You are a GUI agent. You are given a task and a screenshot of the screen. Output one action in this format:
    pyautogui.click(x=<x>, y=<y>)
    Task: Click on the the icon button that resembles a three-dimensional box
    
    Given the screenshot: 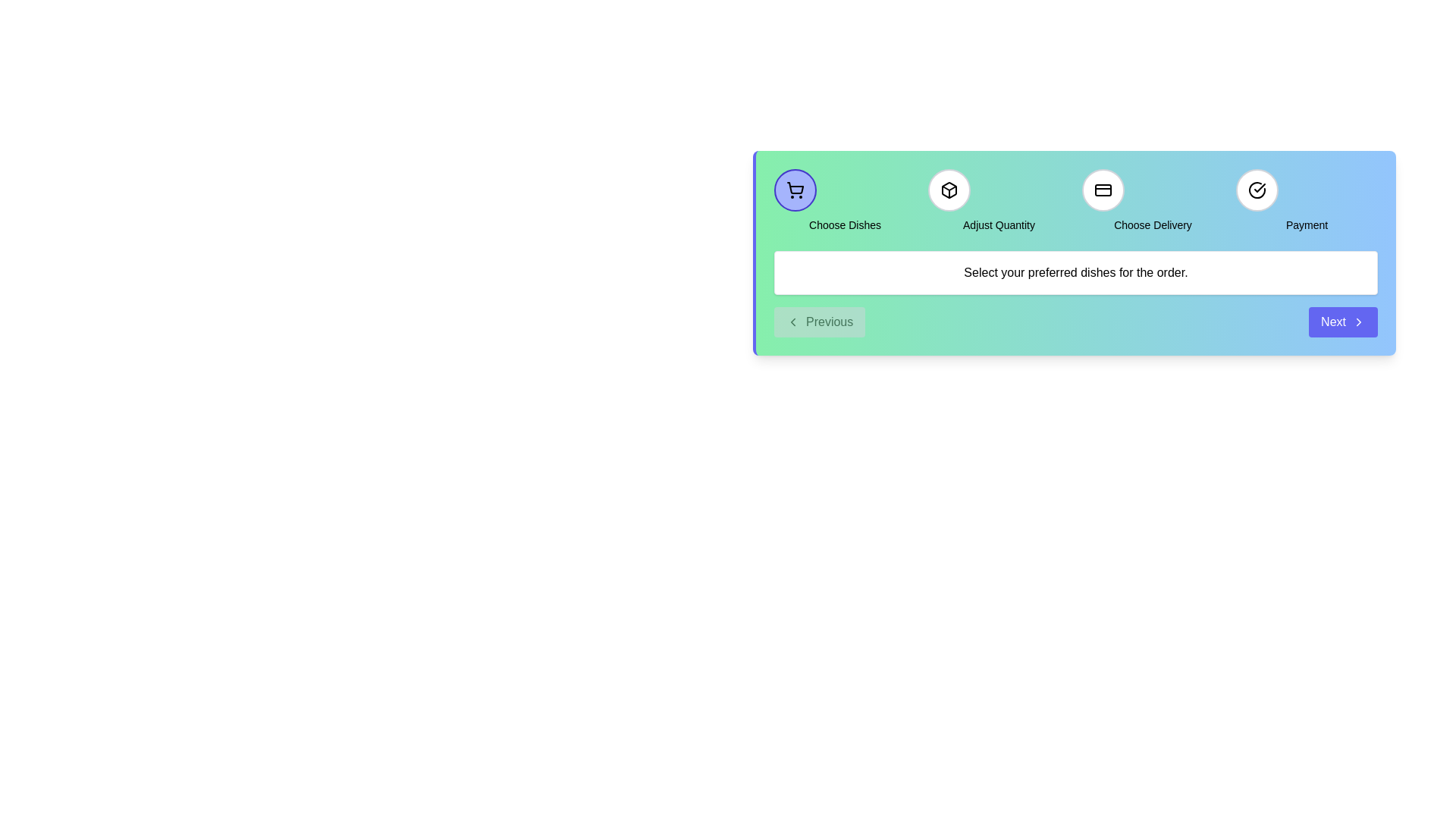 What is the action you would take?
    pyautogui.click(x=949, y=189)
    